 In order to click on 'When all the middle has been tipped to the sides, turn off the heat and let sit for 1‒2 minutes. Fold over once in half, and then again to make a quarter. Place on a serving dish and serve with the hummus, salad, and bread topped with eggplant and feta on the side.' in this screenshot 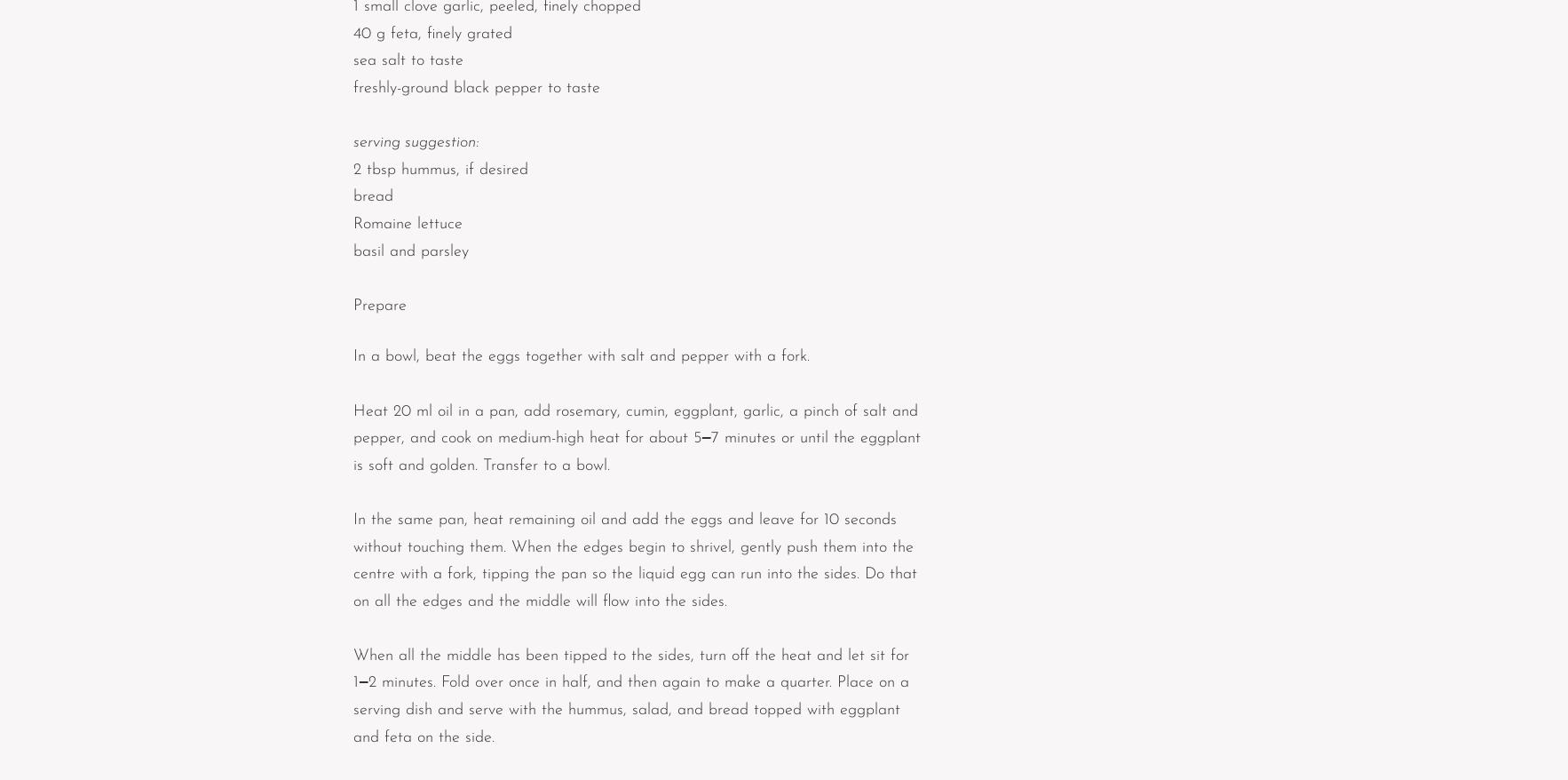, I will do `click(352, 696)`.